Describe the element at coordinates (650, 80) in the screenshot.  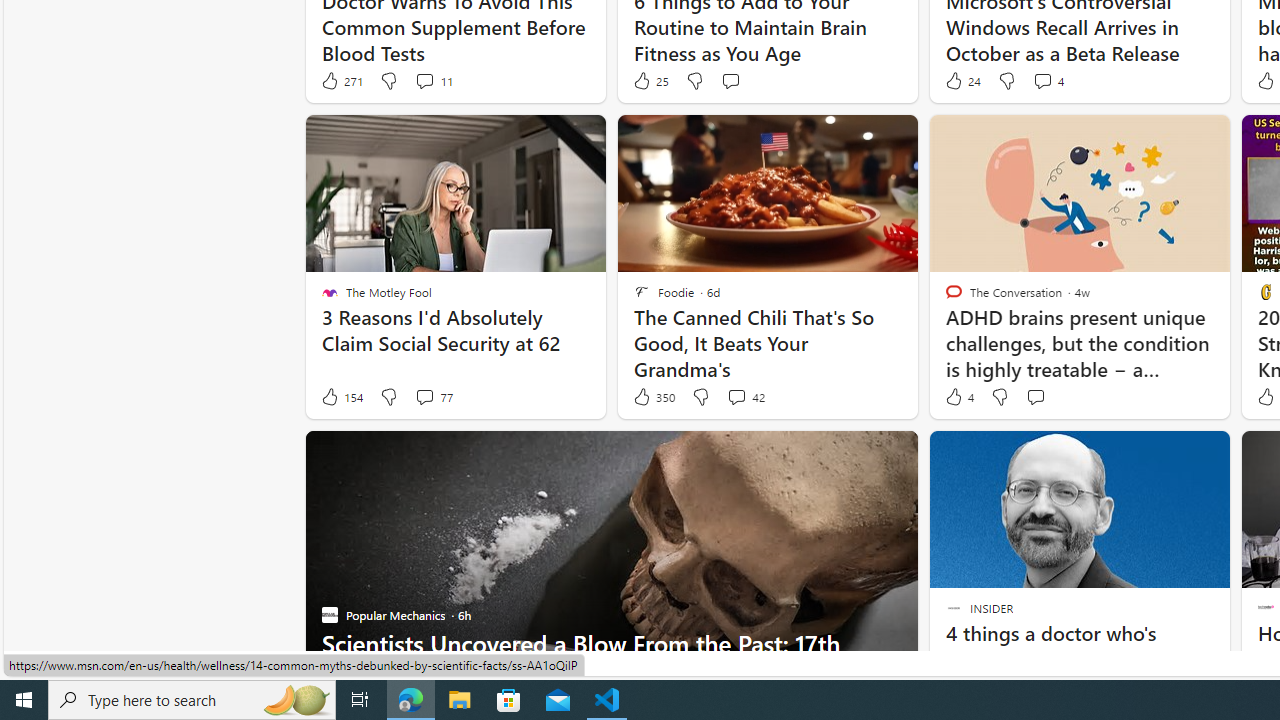
I see `'25 Like'` at that location.